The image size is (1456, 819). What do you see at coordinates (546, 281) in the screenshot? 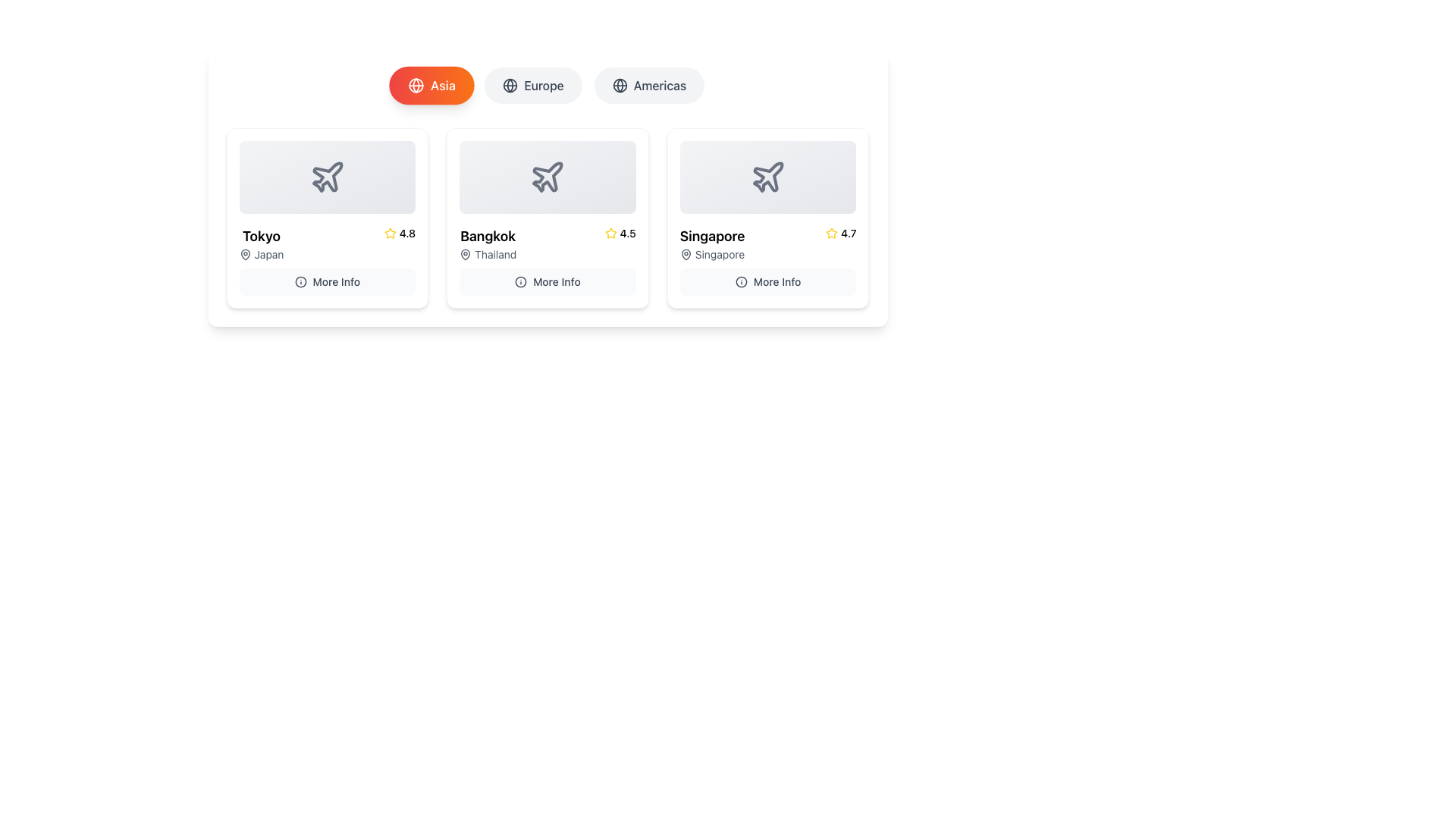
I see `the 'More Info' button located at the bottom of the 'Bangkok' card, which features an information icon and changes color on hover` at bounding box center [546, 281].